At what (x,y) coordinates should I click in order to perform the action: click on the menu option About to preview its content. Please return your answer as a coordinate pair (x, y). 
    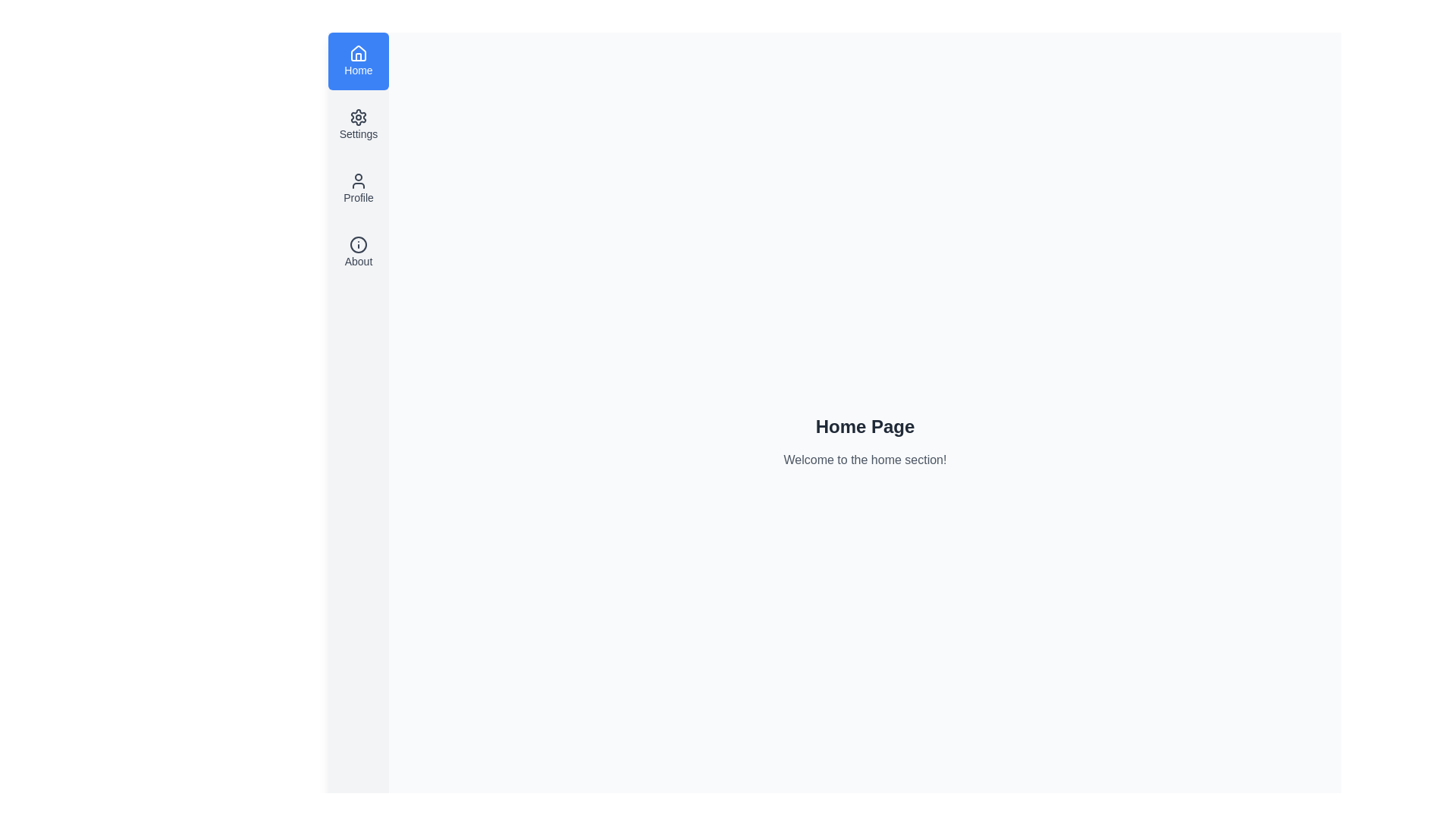
    Looking at the image, I should click on (358, 251).